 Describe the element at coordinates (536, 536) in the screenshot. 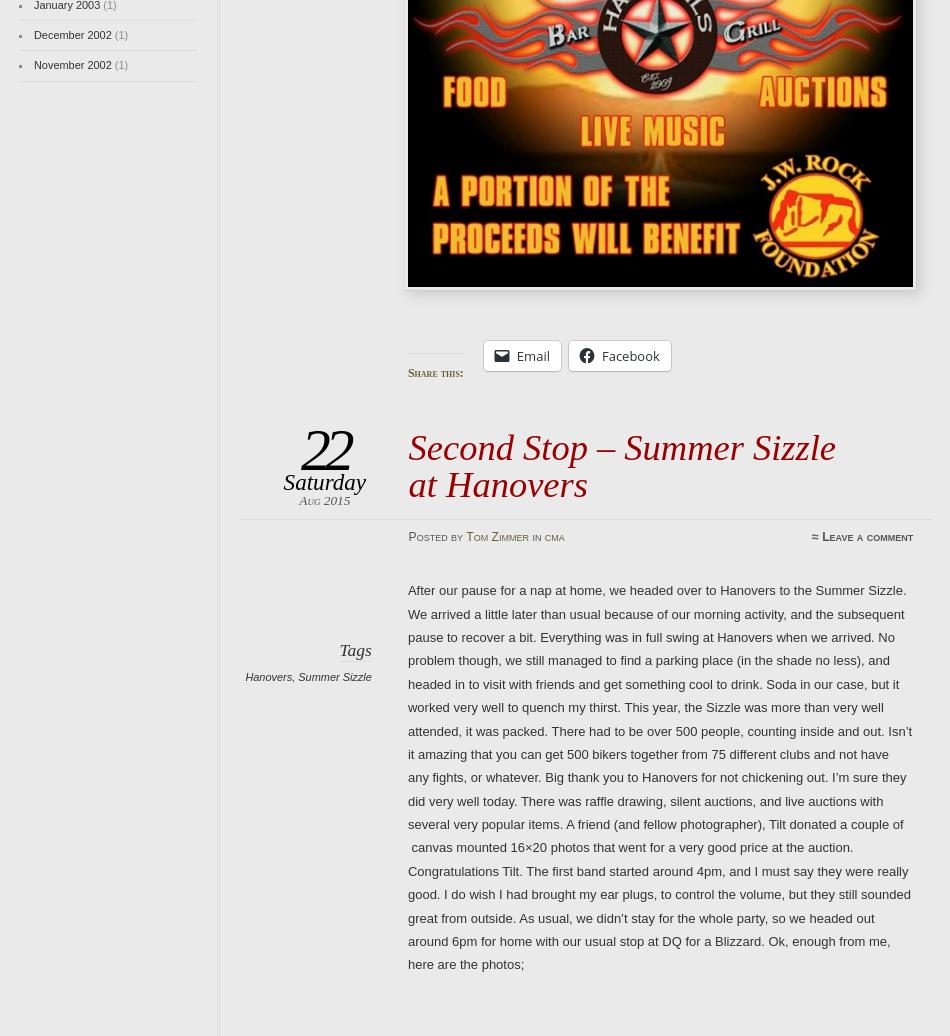

I see `'in'` at that location.